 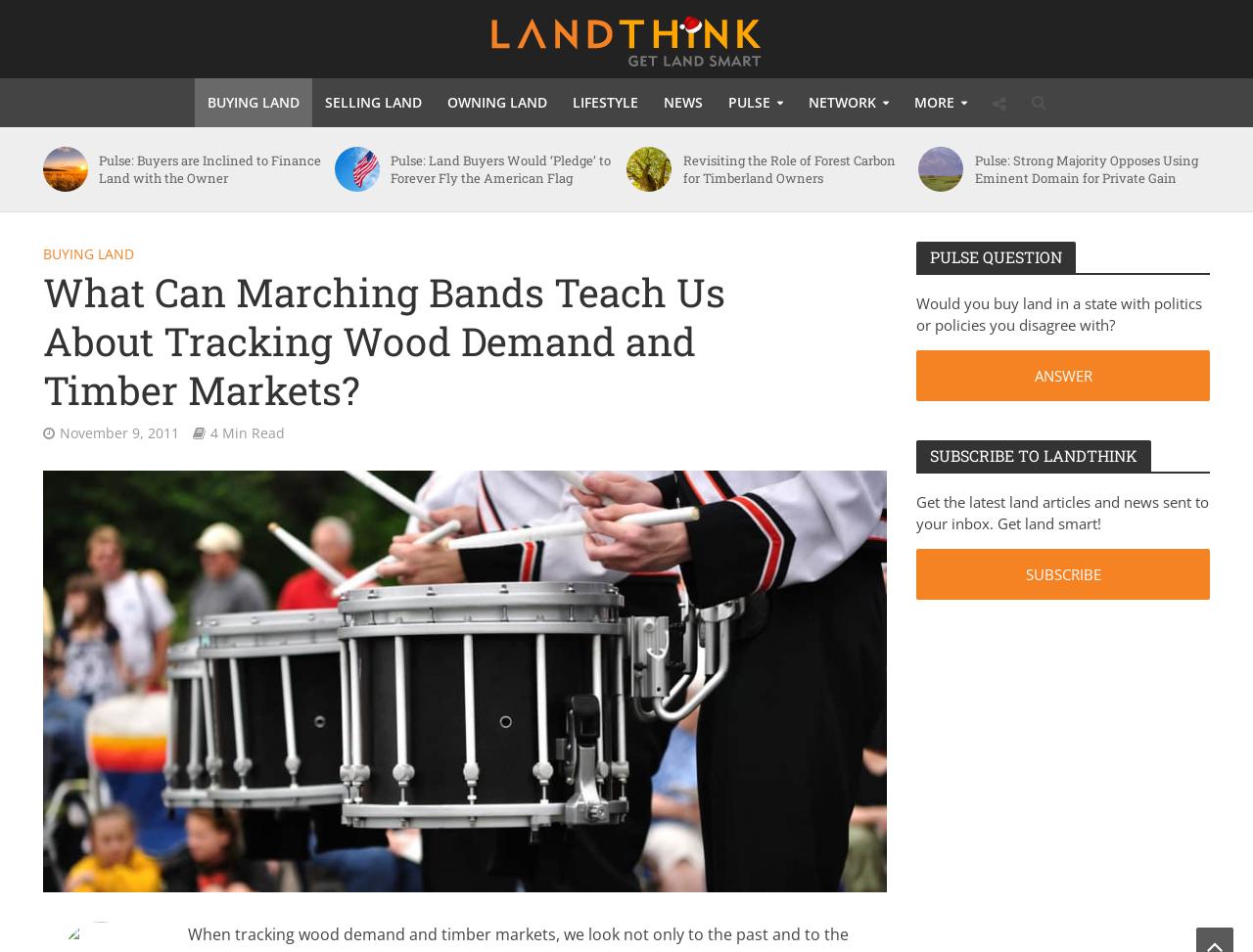 What do you see at coordinates (1061, 375) in the screenshot?
I see `'ANSWER'` at bounding box center [1061, 375].